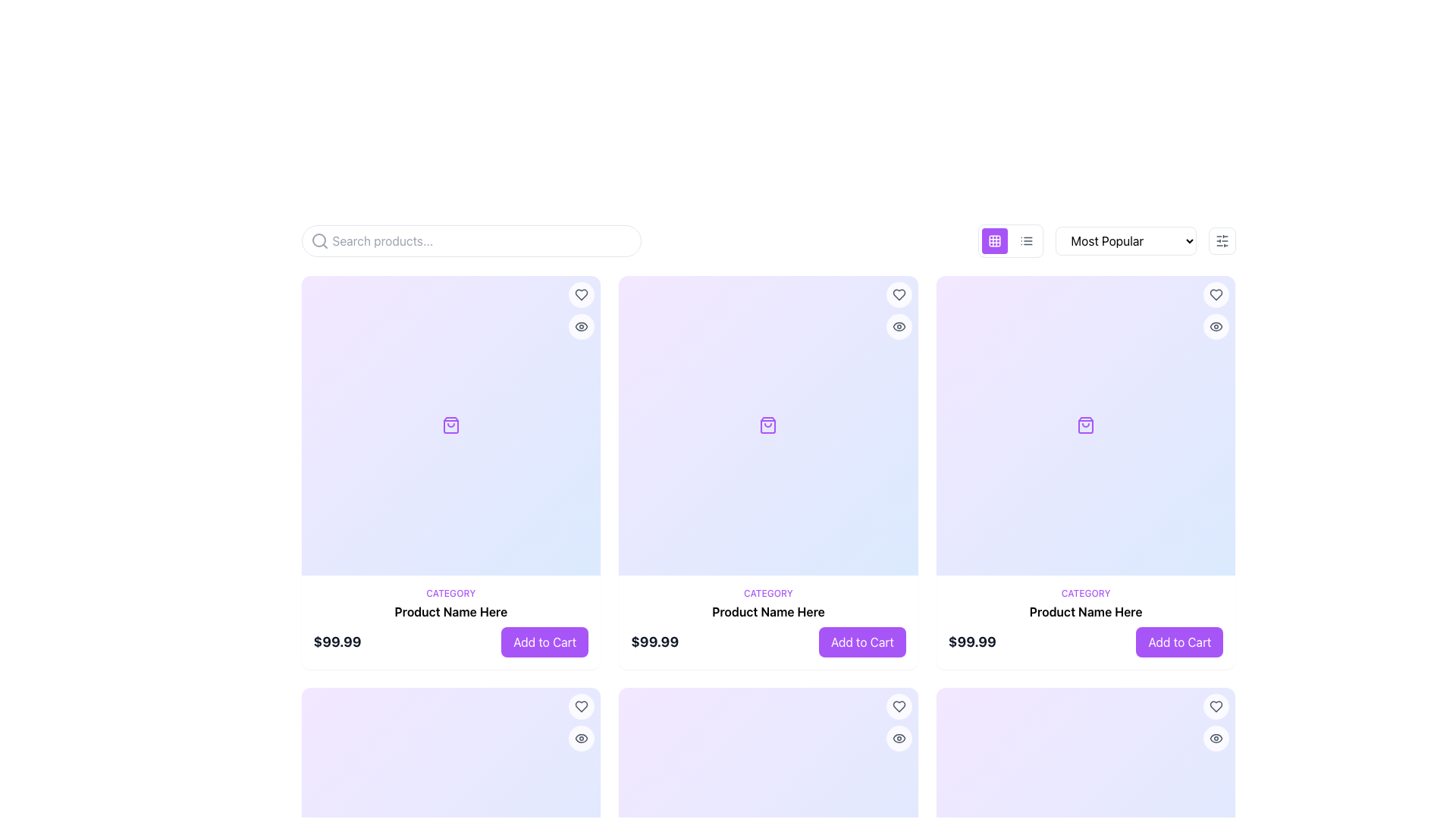 This screenshot has width=1456, height=819. Describe the element at coordinates (581, 737) in the screenshot. I see `the preview button located in the lower-right corner of the product card layout` at that location.